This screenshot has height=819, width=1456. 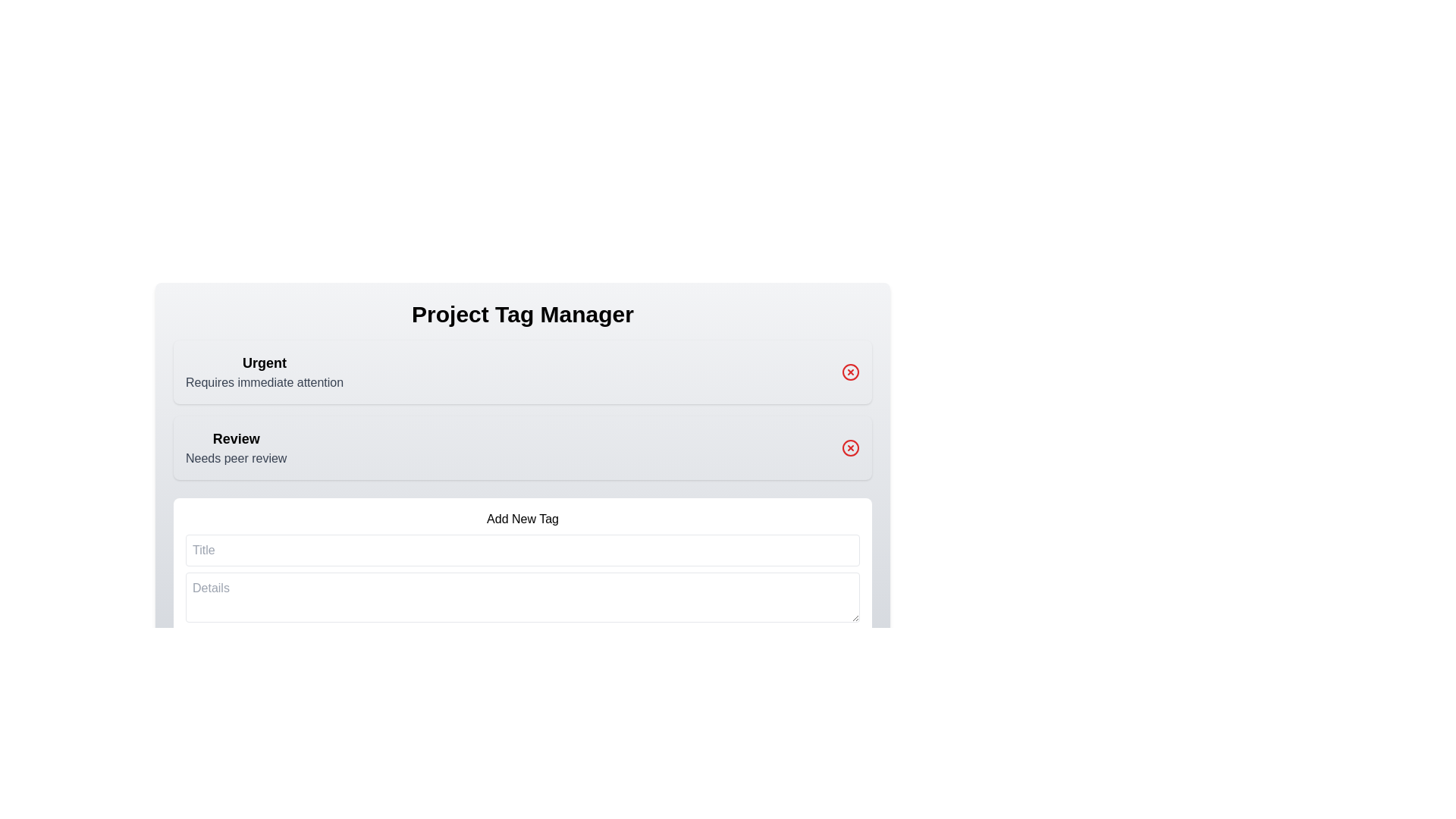 What do you see at coordinates (265, 362) in the screenshot?
I see `the high-priority text label in the Project Tag Manager section, which indicates urgent categories and is located above the smaller text 'Requires immediate attention'` at bounding box center [265, 362].